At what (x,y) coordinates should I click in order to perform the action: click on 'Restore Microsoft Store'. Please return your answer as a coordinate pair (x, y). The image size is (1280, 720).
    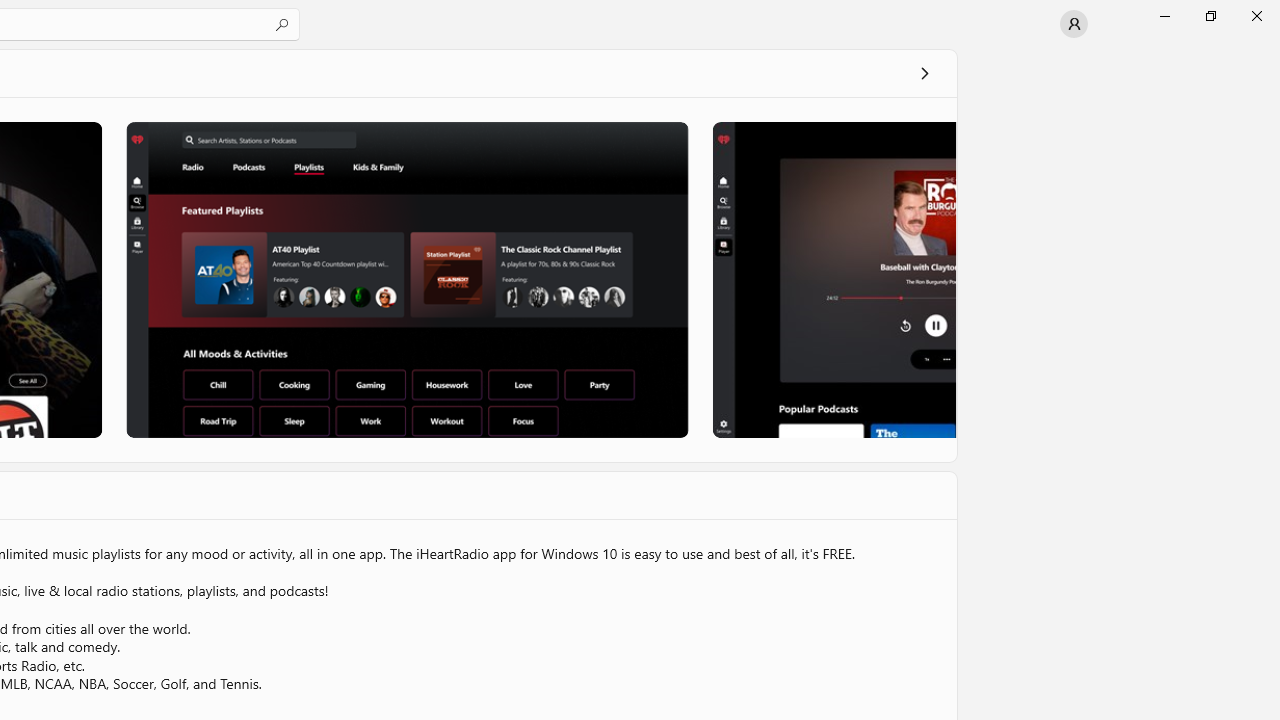
    Looking at the image, I should click on (1209, 15).